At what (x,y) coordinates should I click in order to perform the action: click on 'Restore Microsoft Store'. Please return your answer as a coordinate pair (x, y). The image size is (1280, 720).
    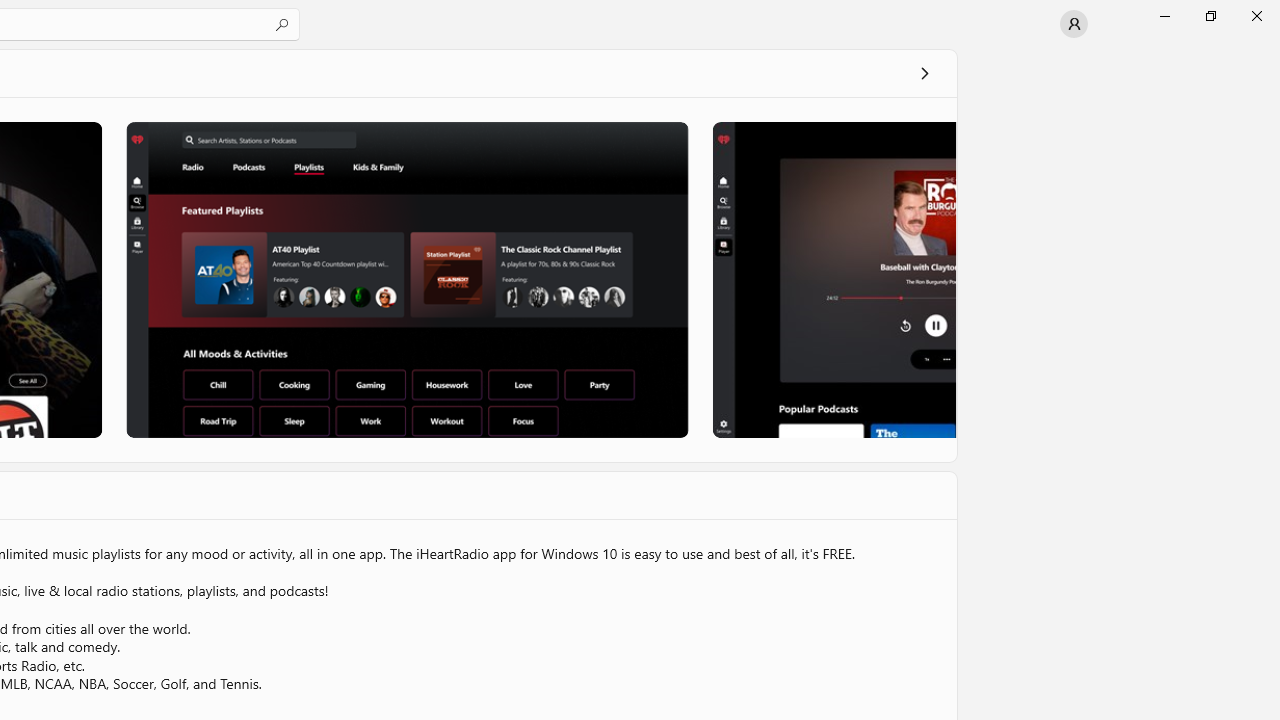
    Looking at the image, I should click on (1209, 15).